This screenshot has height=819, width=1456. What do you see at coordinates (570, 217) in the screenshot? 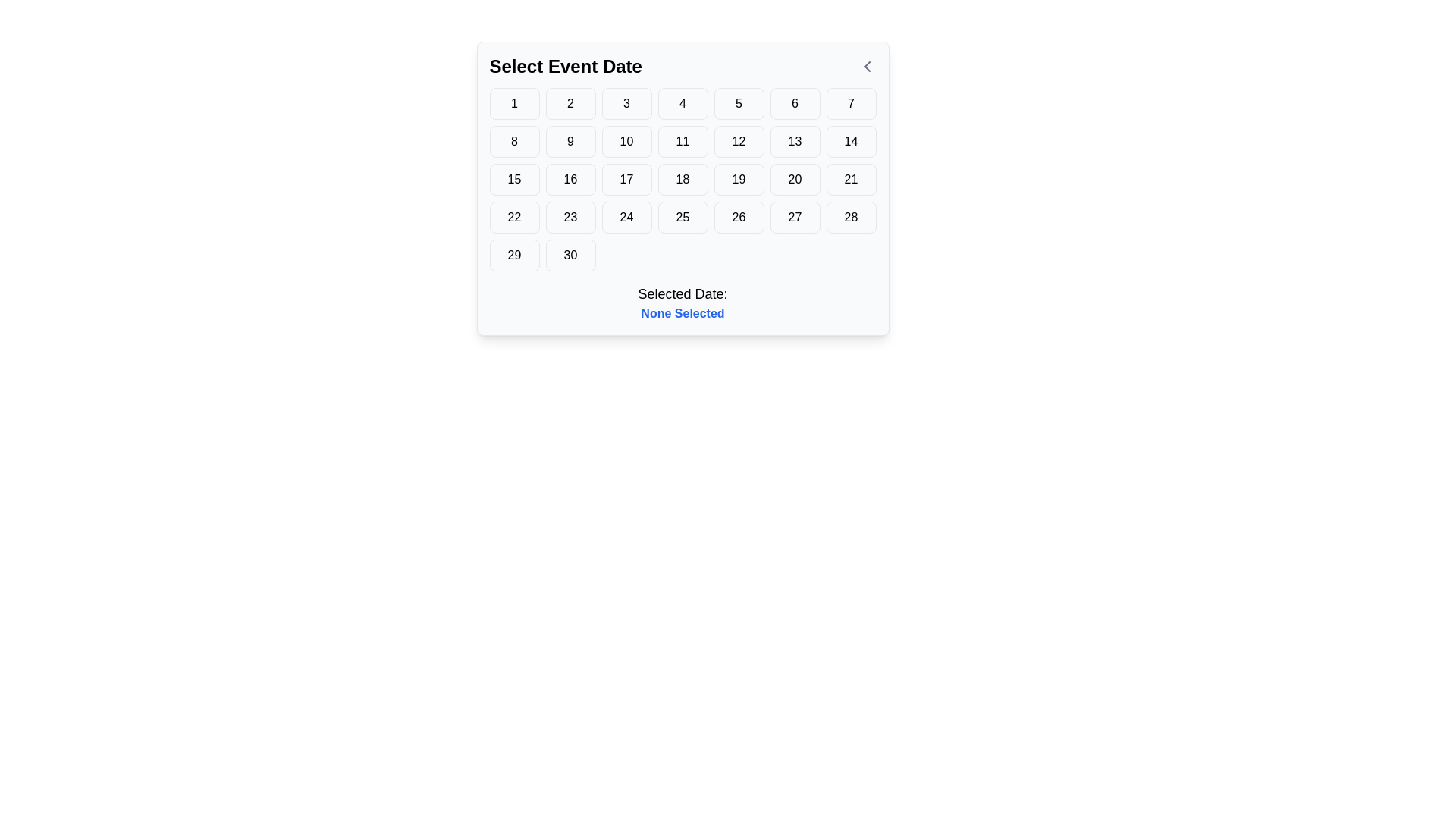
I see `the square button with rounded corners labeled '23'` at bounding box center [570, 217].